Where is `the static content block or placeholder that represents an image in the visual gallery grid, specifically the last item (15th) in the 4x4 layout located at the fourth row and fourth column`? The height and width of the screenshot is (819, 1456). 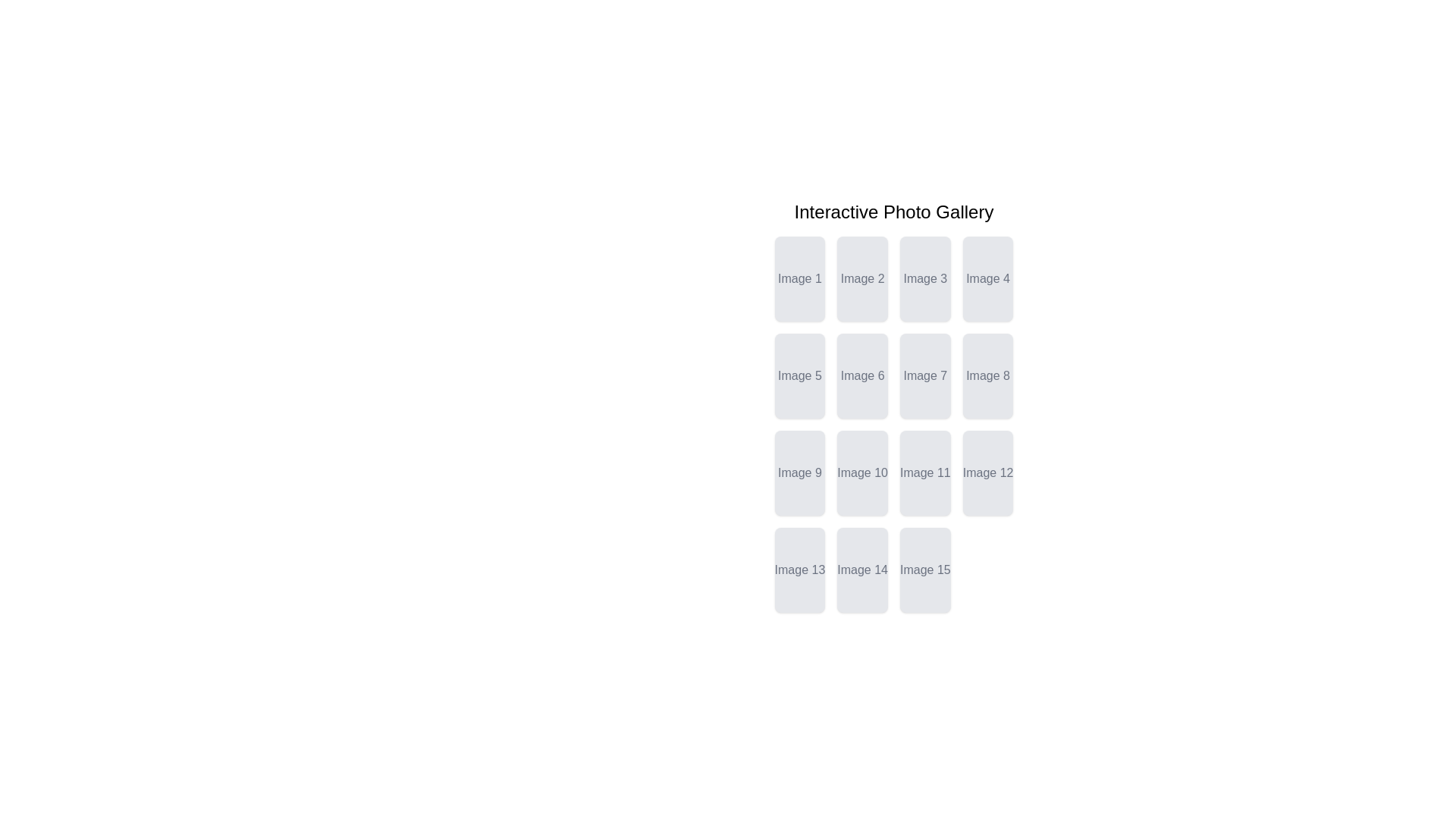
the static content block or placeholder that represents an image in the visual gallery grid, specifically the last item (15th) in the 4x4 layout located at the fourth row and fourth column is located at coordinates (924, 570).